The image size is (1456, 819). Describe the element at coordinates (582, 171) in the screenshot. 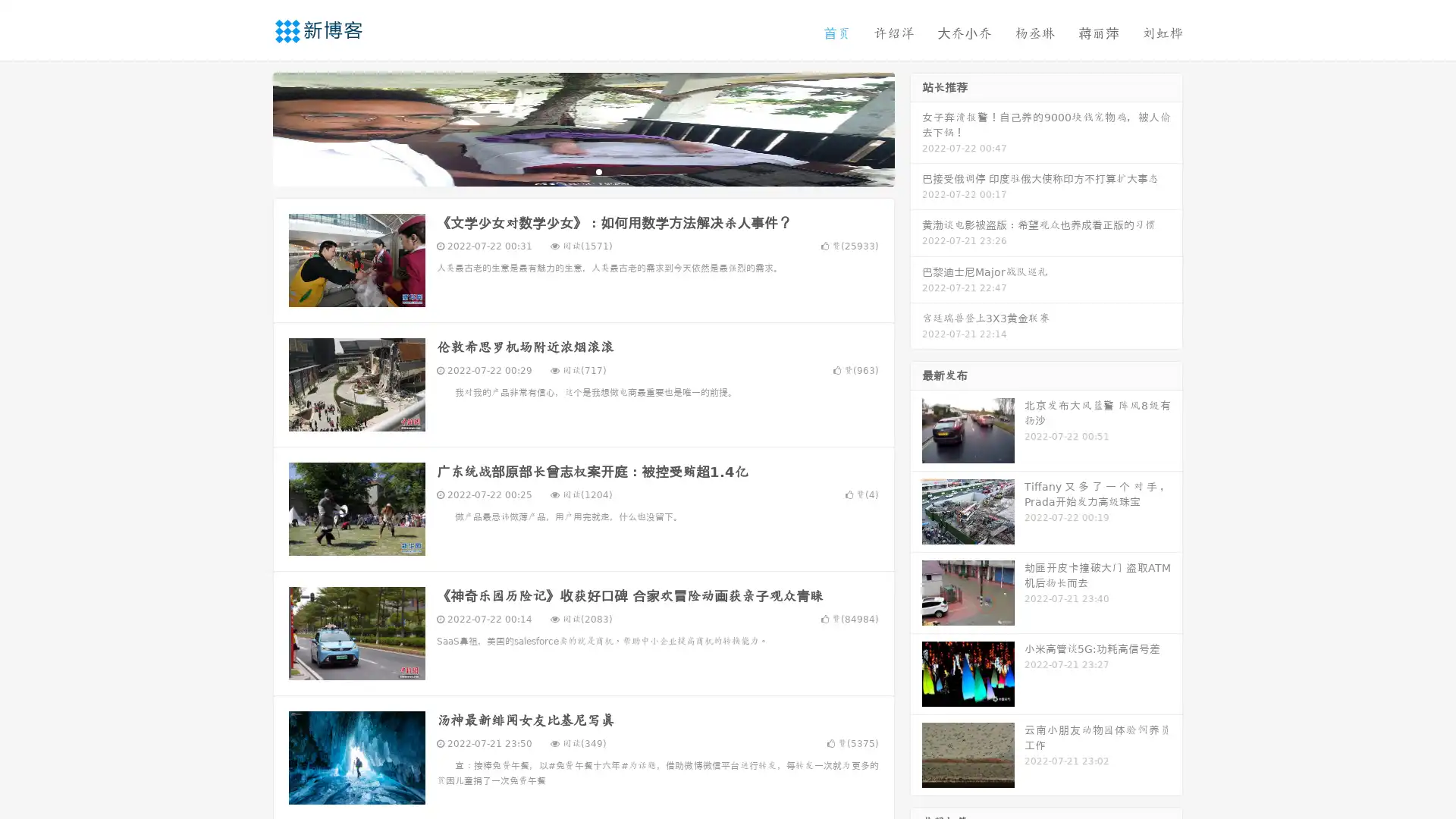

I see `Go to slide 2` at that location.